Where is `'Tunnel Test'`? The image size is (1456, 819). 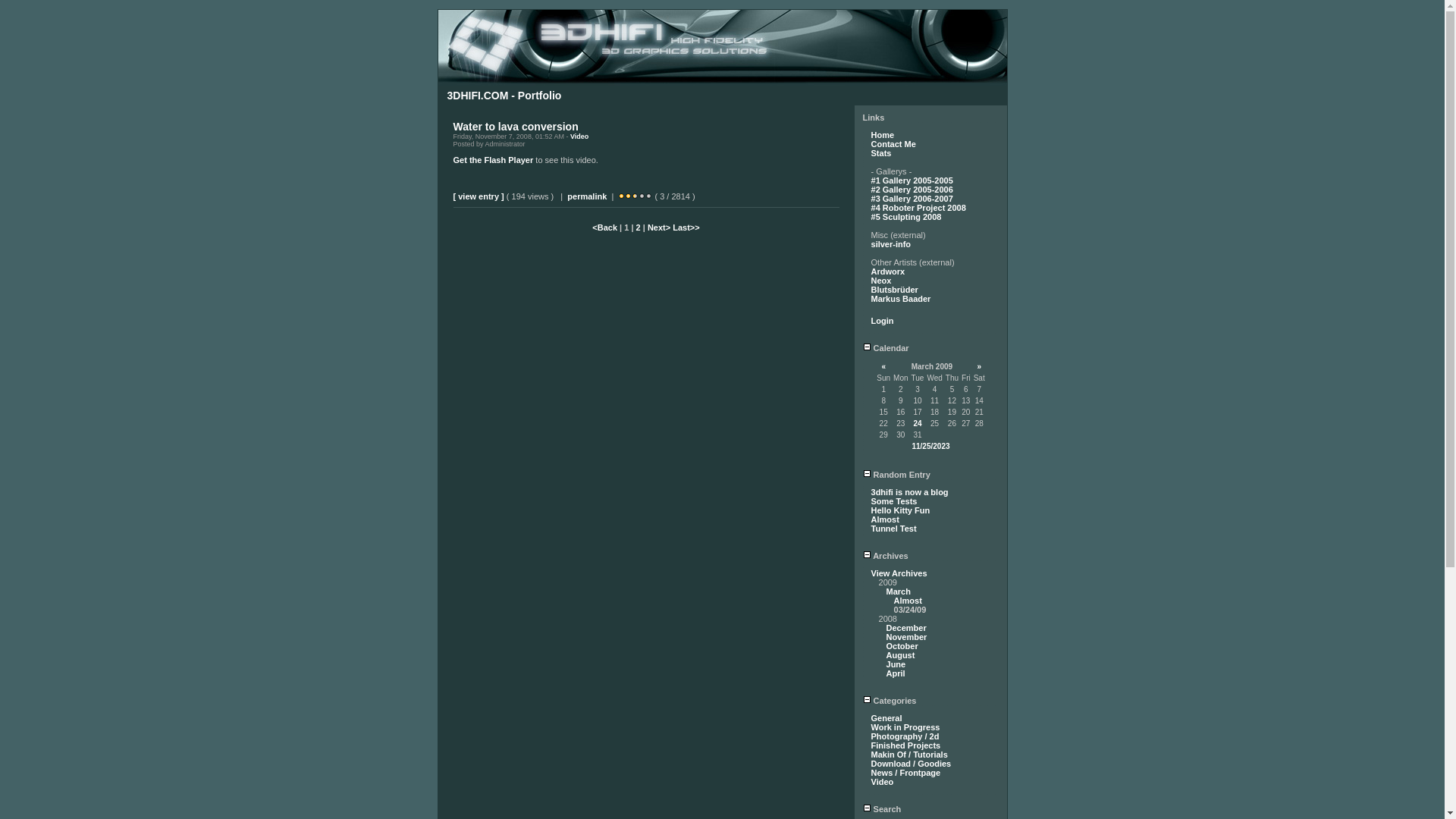
'Tunnel Test' is located at coordinates (894, 528).